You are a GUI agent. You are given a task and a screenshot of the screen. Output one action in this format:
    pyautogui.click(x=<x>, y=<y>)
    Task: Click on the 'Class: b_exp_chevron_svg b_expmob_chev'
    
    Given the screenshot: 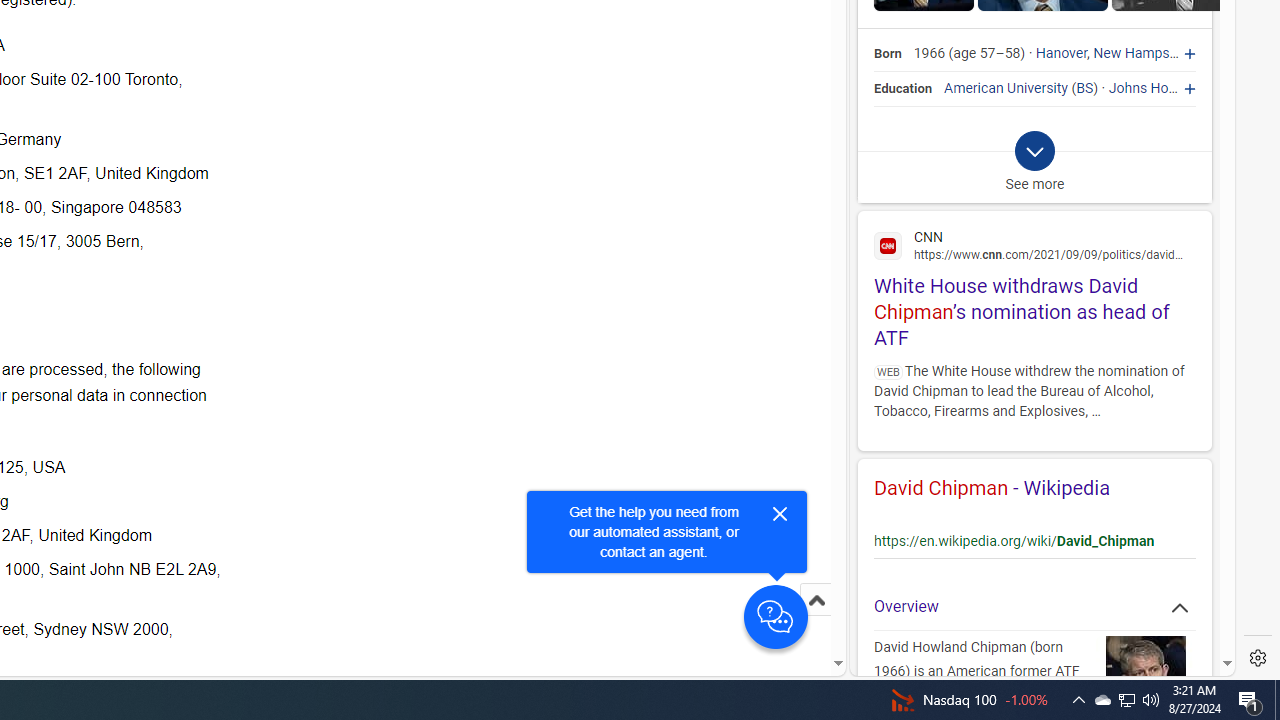 What is the action you would take?
    pyautogui.click(x=1034, y=150)
    